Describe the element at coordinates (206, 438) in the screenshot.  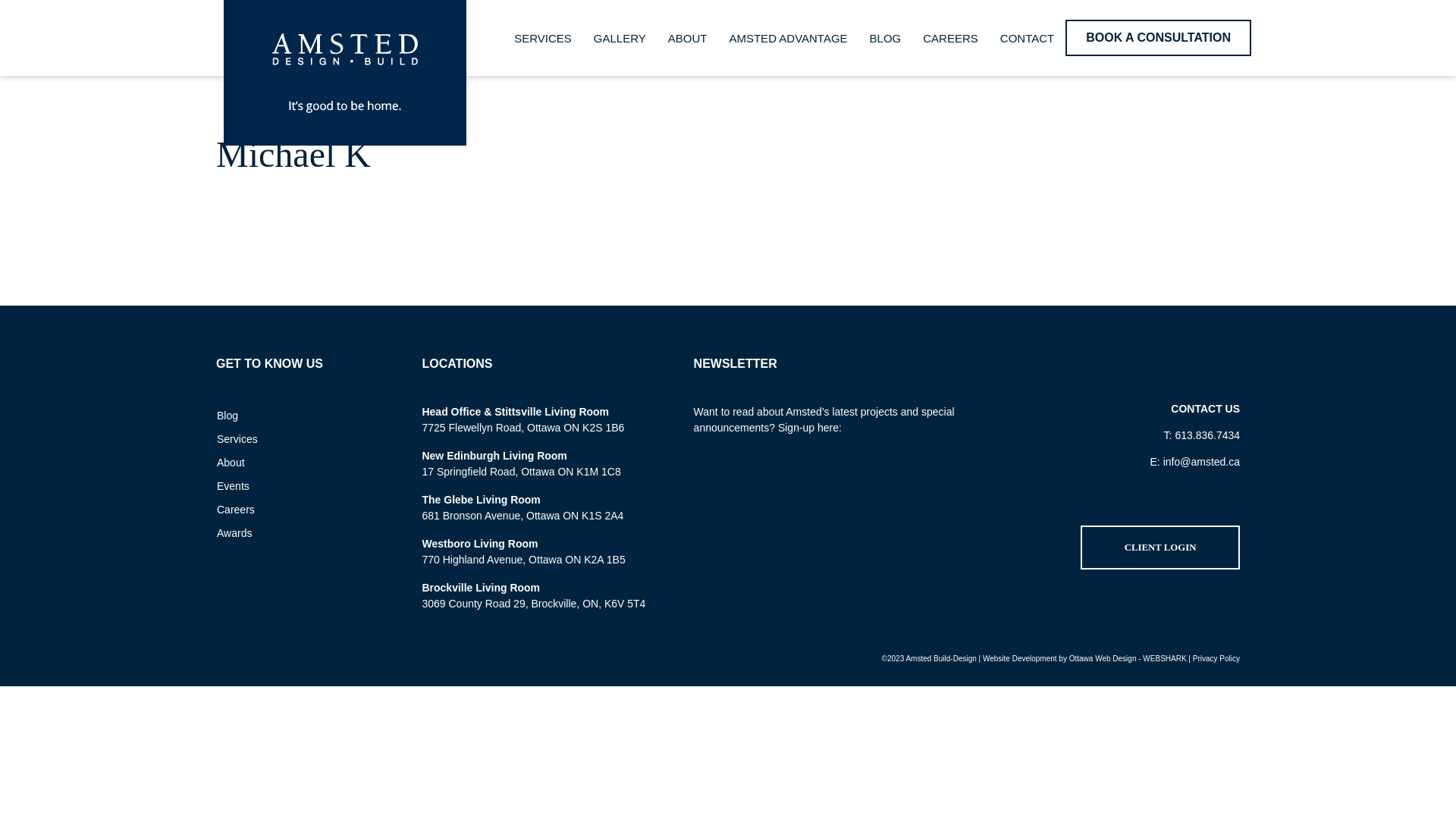
I see `'Services'` at that location.